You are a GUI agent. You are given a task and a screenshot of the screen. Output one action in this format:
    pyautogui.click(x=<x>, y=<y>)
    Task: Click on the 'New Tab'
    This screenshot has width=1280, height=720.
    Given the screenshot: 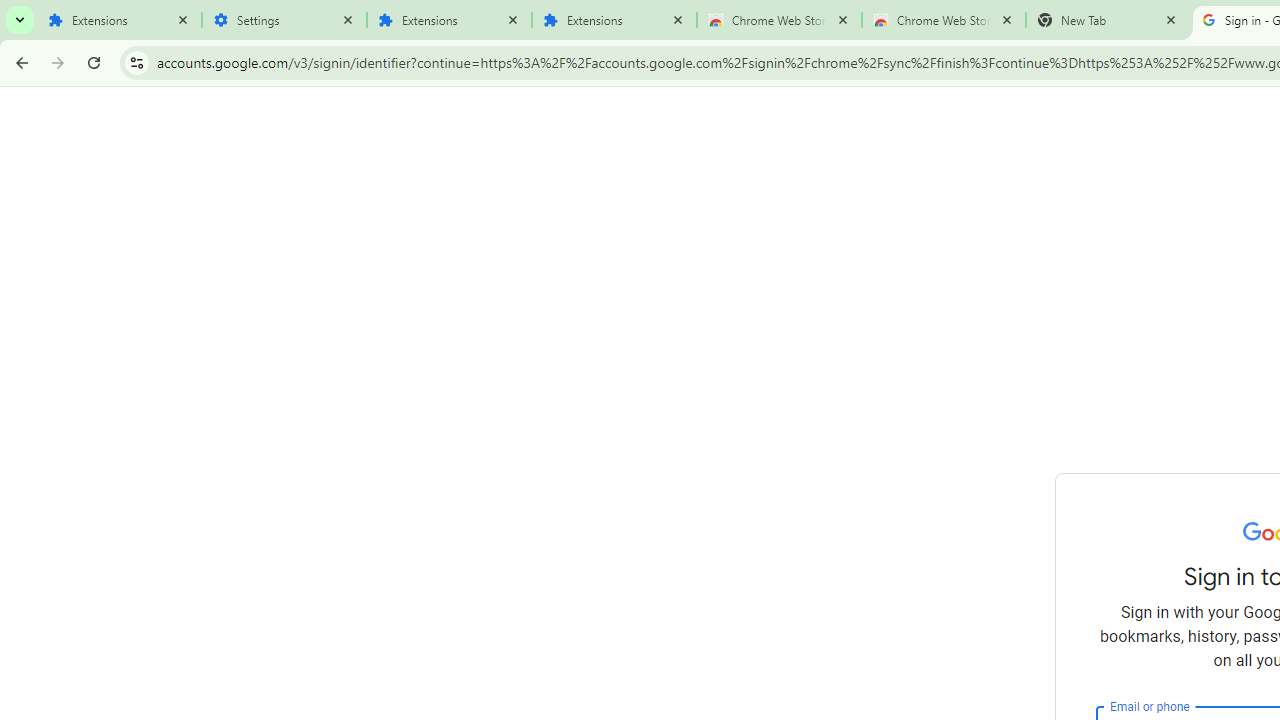 What is the action you would take?
    pyautogui.click(x=1107, y=20)
    